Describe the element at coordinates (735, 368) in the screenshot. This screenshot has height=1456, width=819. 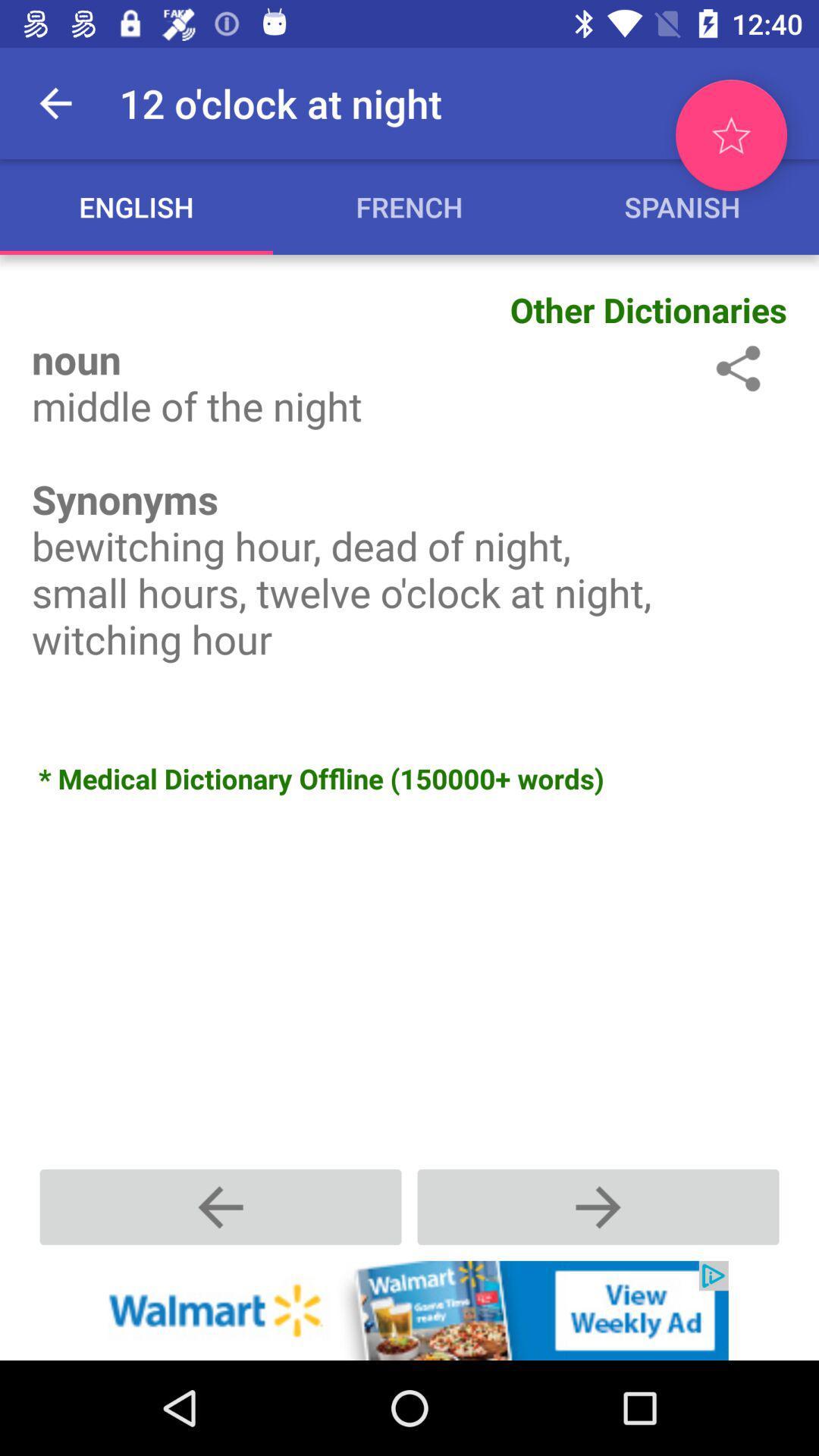
I see `share the page` at that location.